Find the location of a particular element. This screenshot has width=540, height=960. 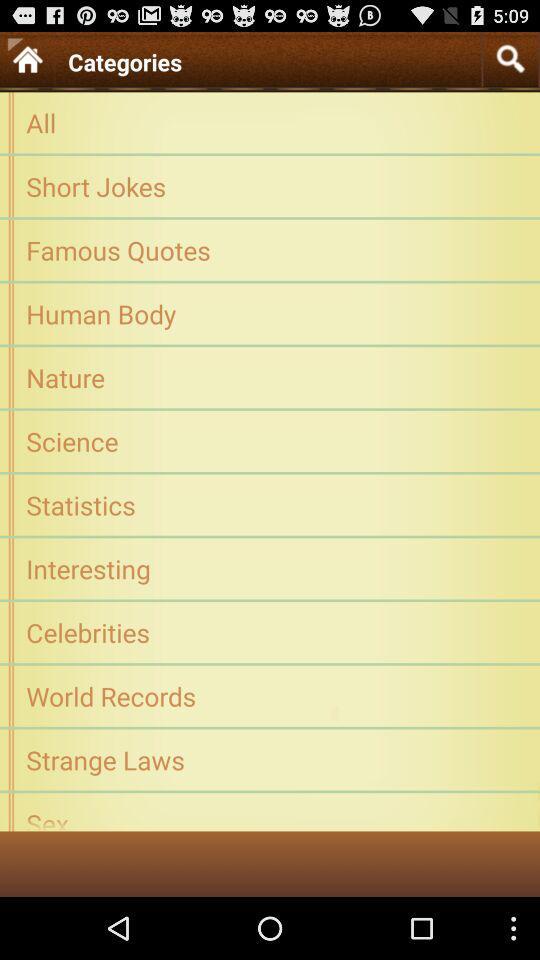

world records icon is located at coordinates (270, 696).